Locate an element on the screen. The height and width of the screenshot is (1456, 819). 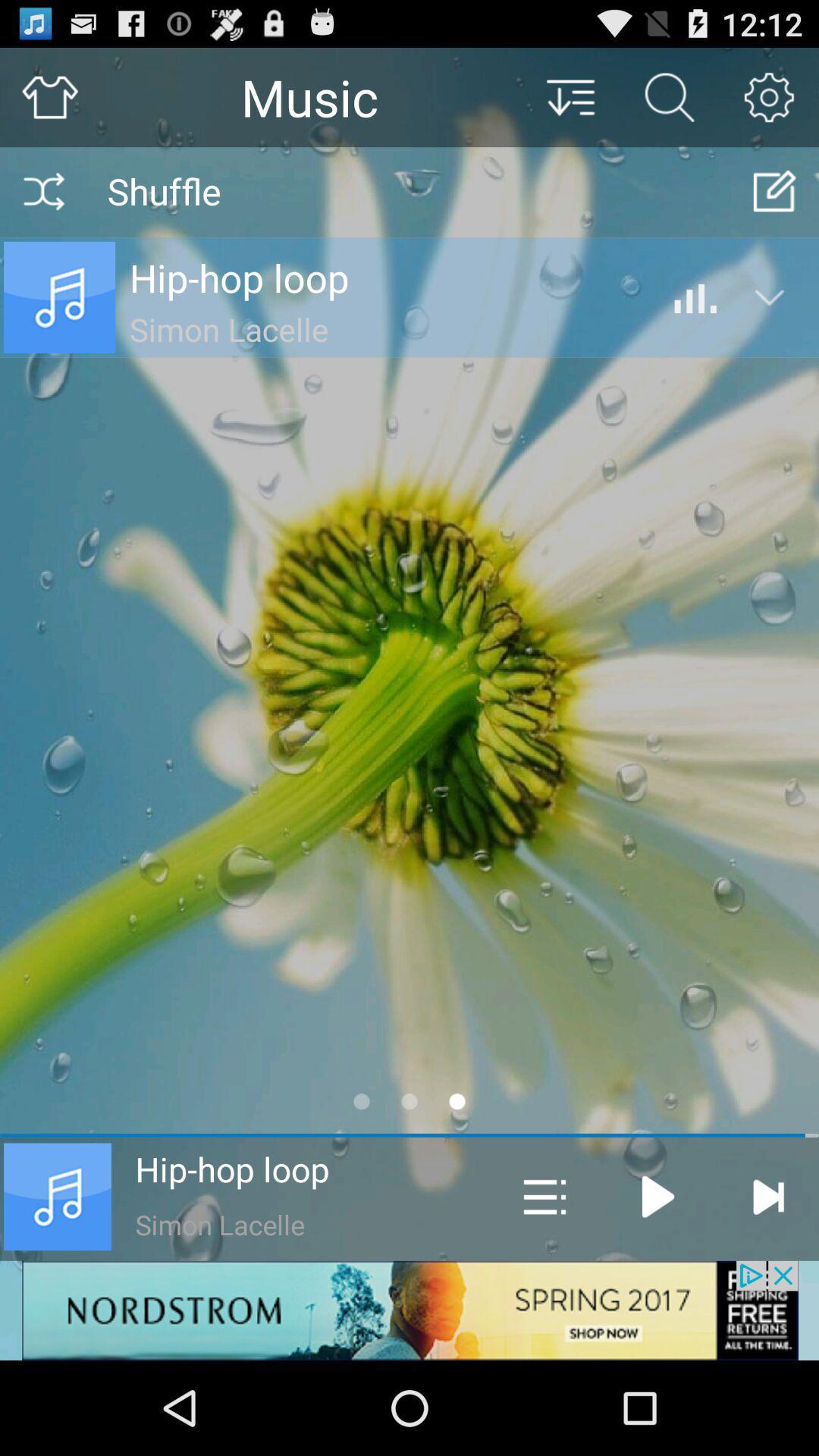
the search icon is located at coordinates (669, 103).